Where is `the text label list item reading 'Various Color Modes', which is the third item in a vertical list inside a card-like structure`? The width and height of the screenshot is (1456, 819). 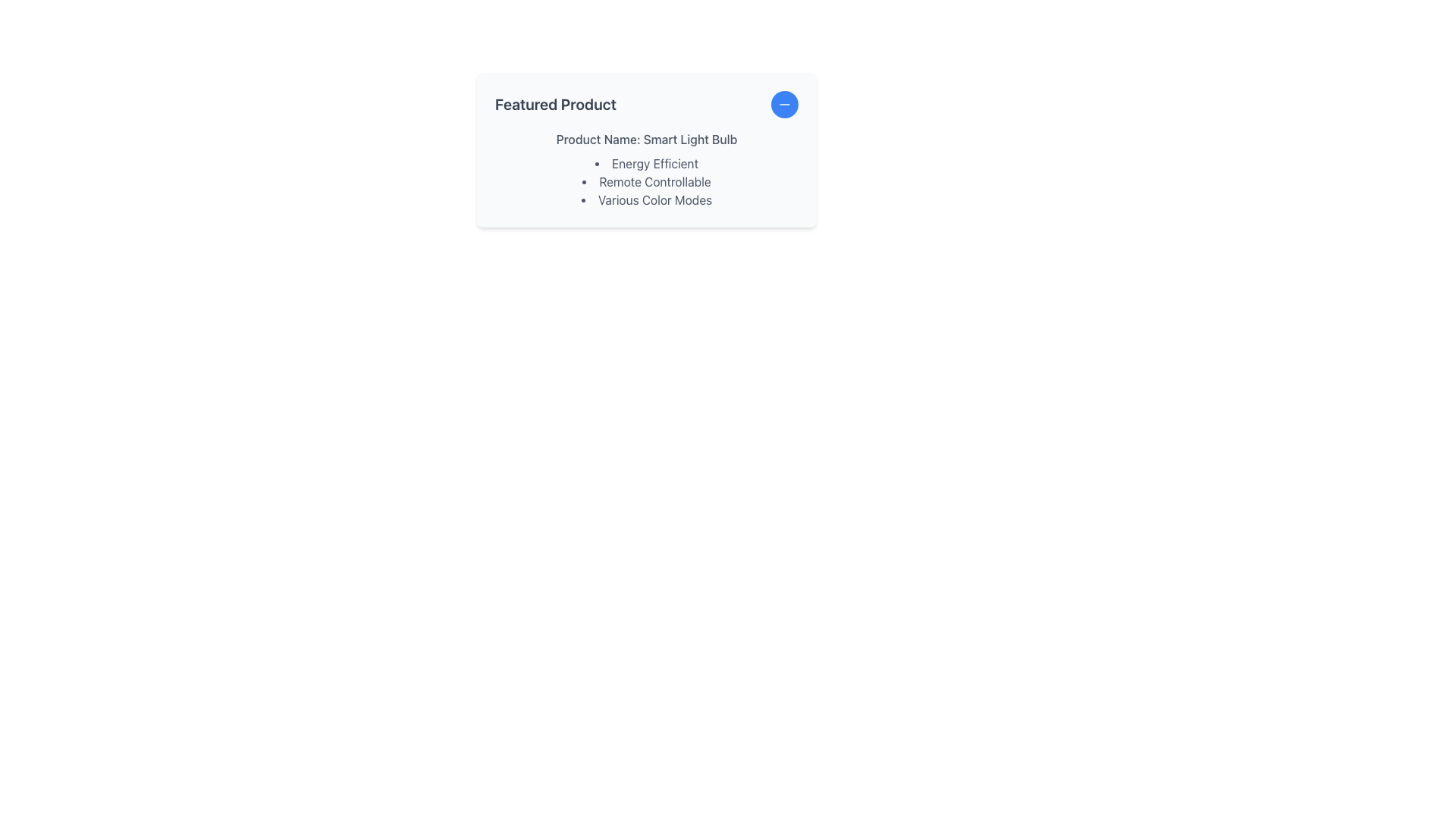
the text label list item reading 'Various Color Modes', which is the third item in a vertical list inside a card-like structure is located at coordinates (647, 199).